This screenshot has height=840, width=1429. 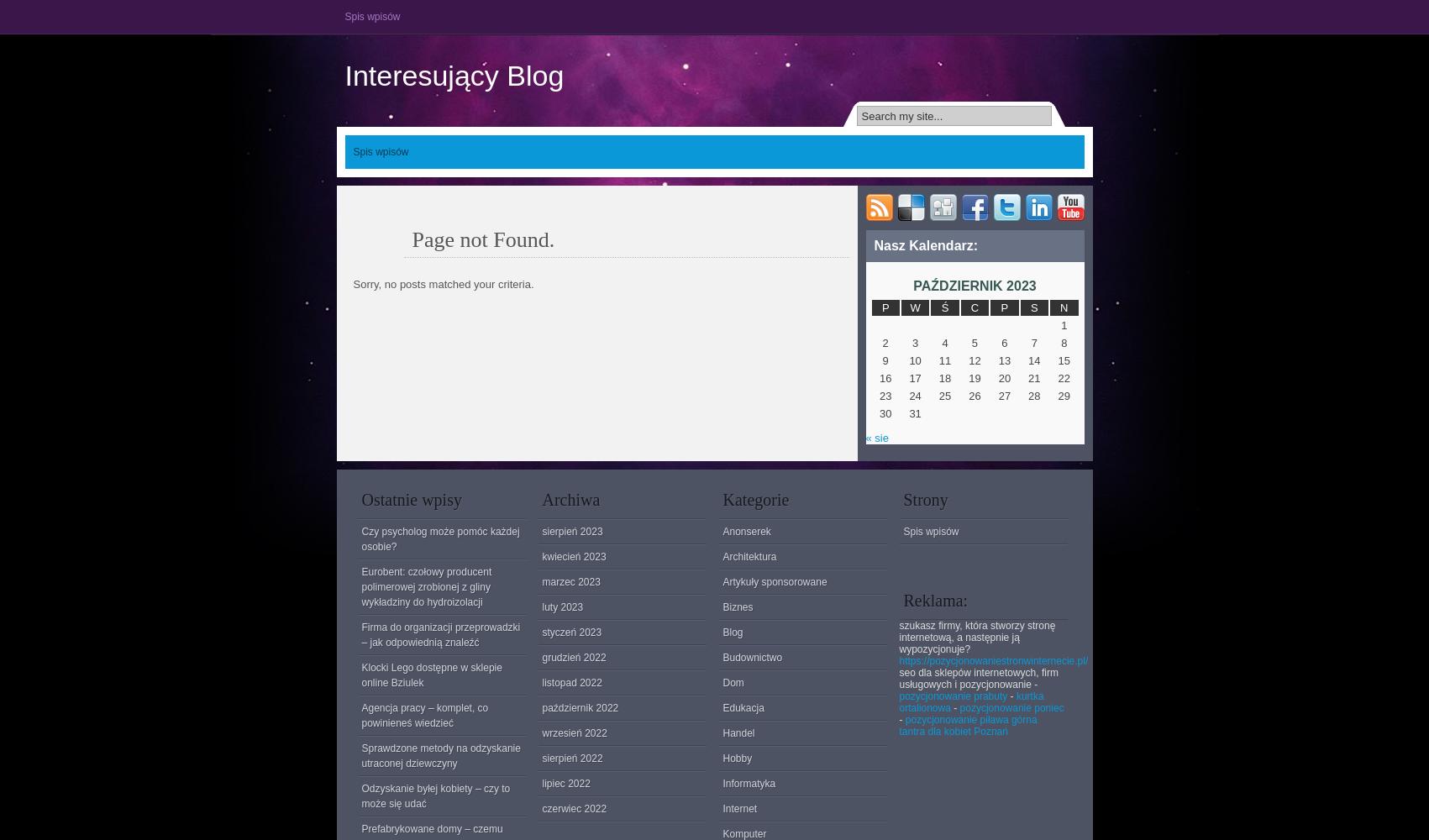 What do you see at coordinates (1030, 307) in the screenshot?
I see `'S'` at bounding box center [1030, 307].